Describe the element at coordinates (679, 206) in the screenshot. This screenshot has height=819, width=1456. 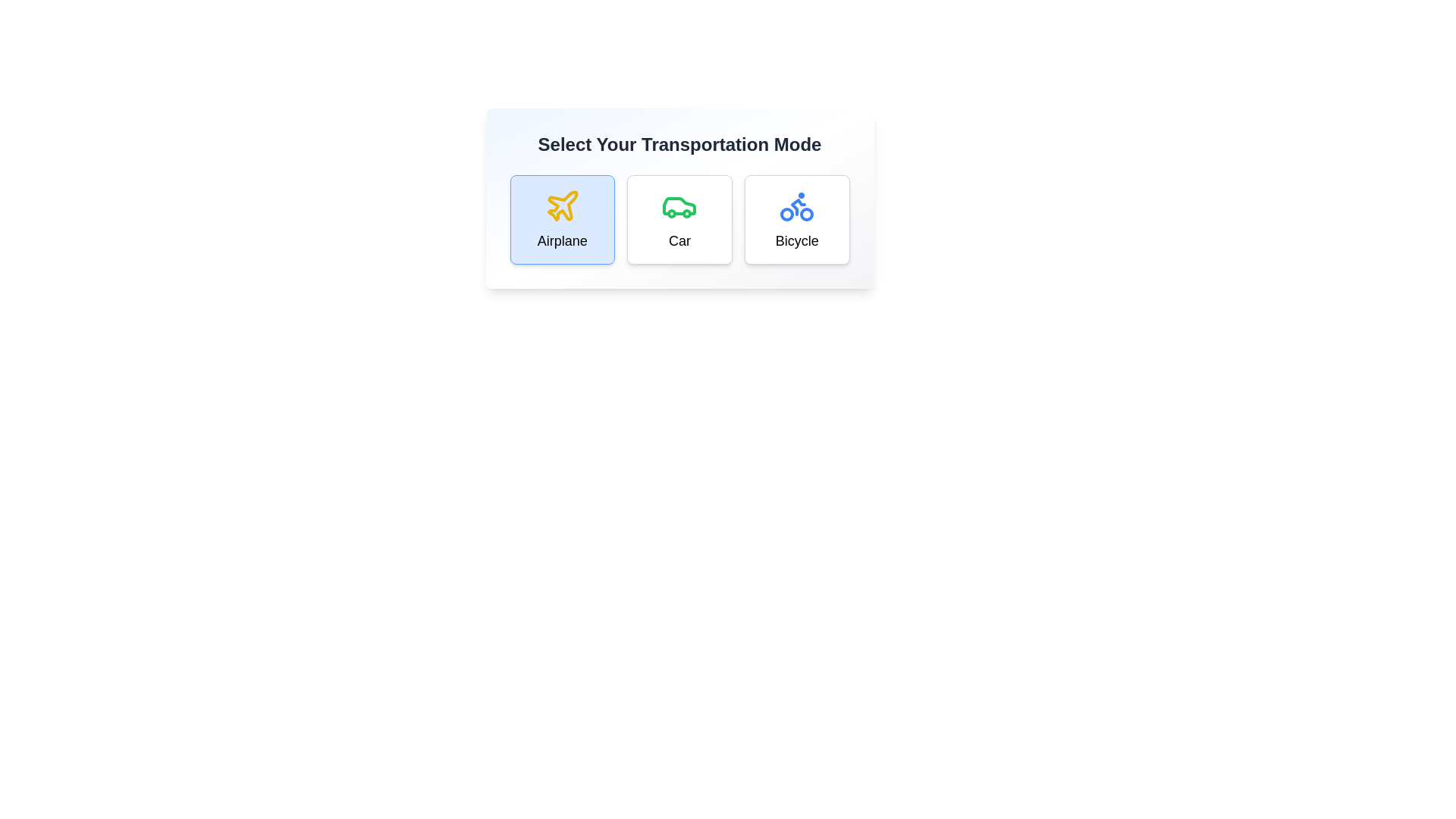
I see `the car icon, which visually represents the 'Car' option in the transportation selection feature, located centrally between the airplane and bicycle icons` at that location.